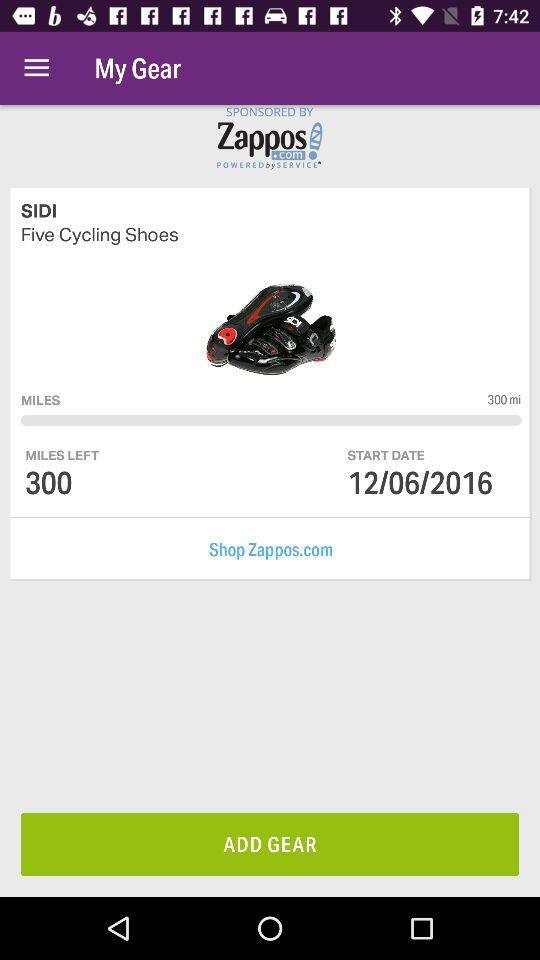 The image size is (540, 960). I want to click on sidi icon, so click(270, 210).